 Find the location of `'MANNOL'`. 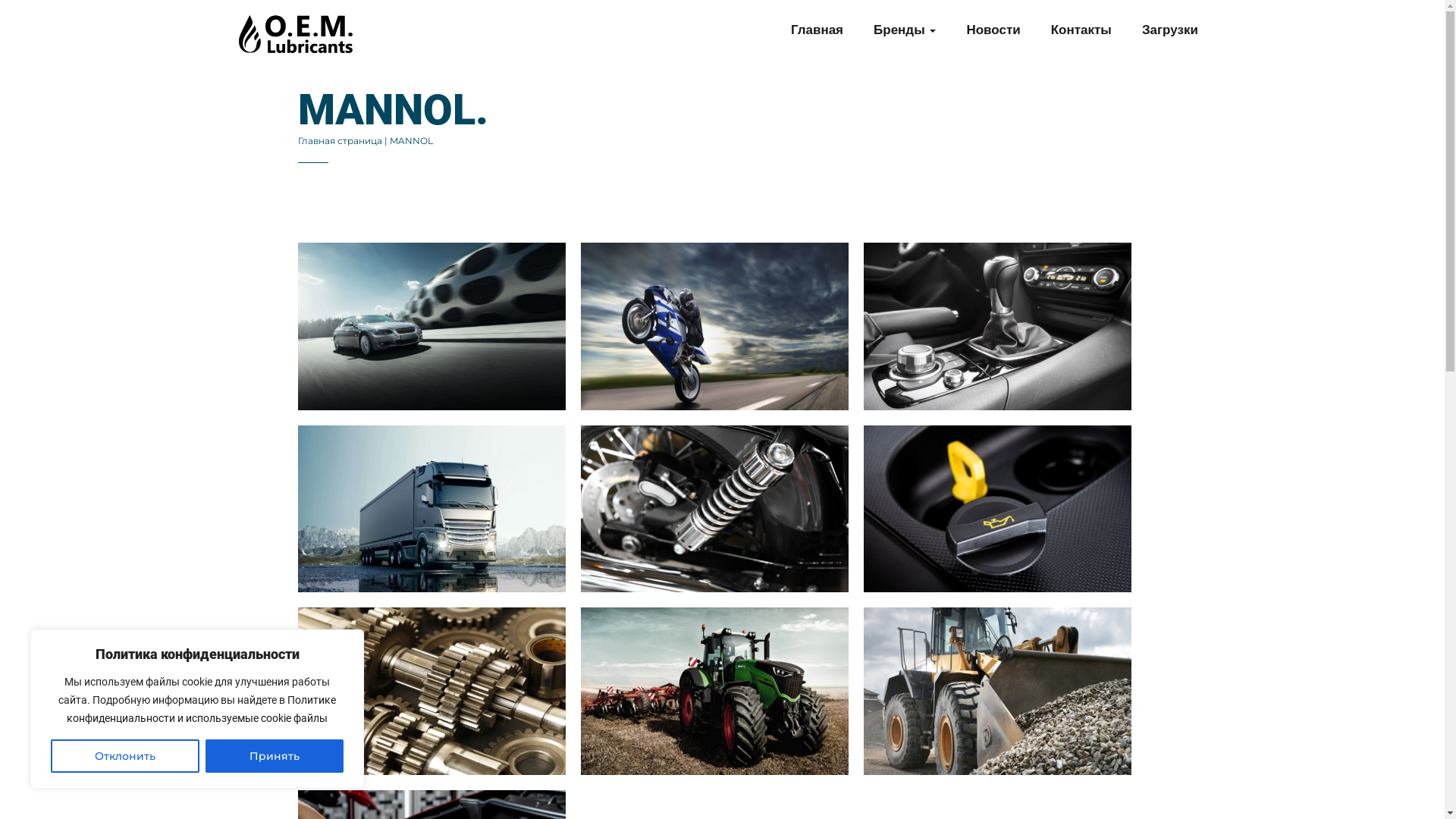

'MANNOL' is located at coordinates (411, 140).